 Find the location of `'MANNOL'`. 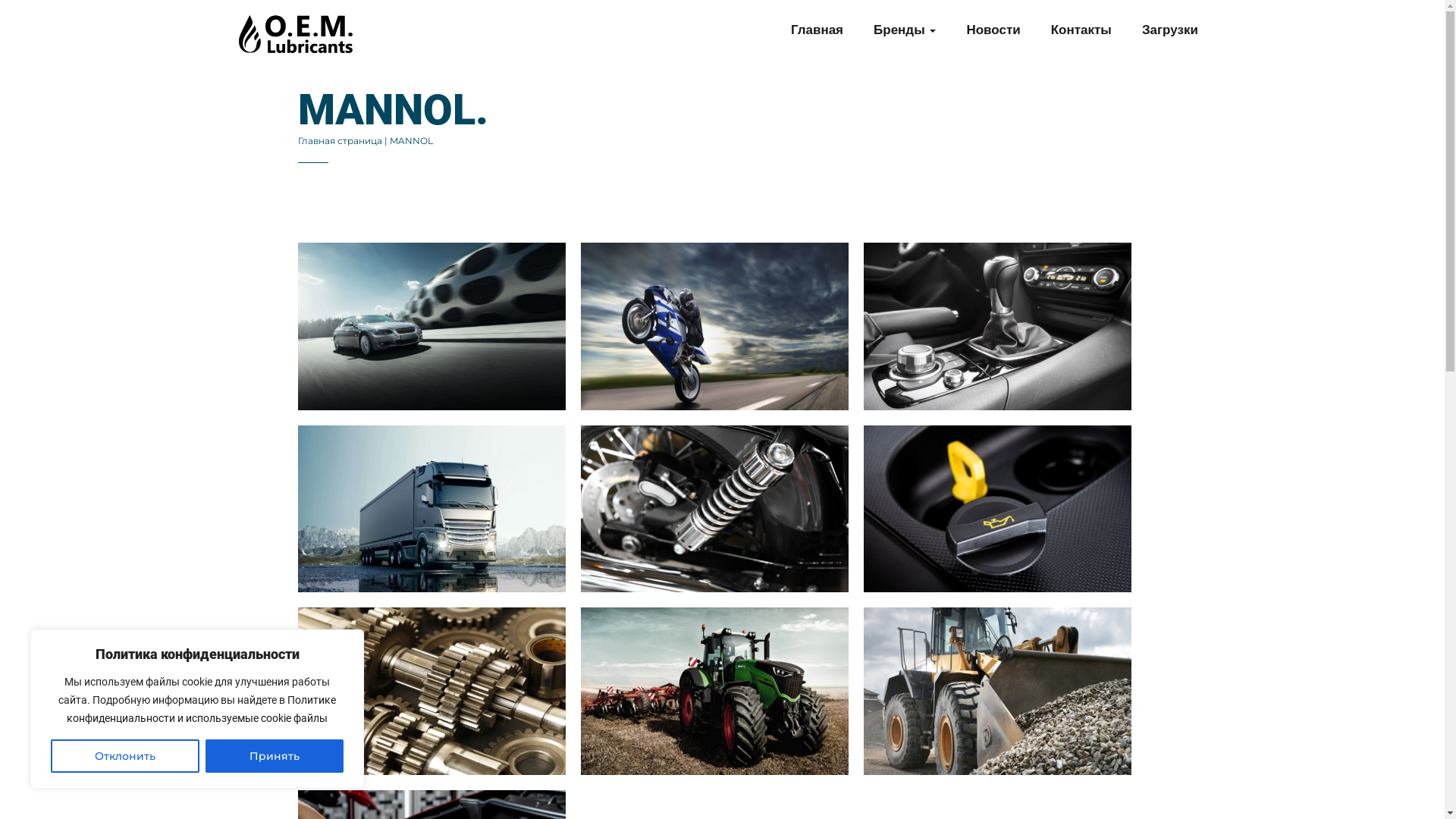

'MANNOL' is located at coordinates (411, 140).